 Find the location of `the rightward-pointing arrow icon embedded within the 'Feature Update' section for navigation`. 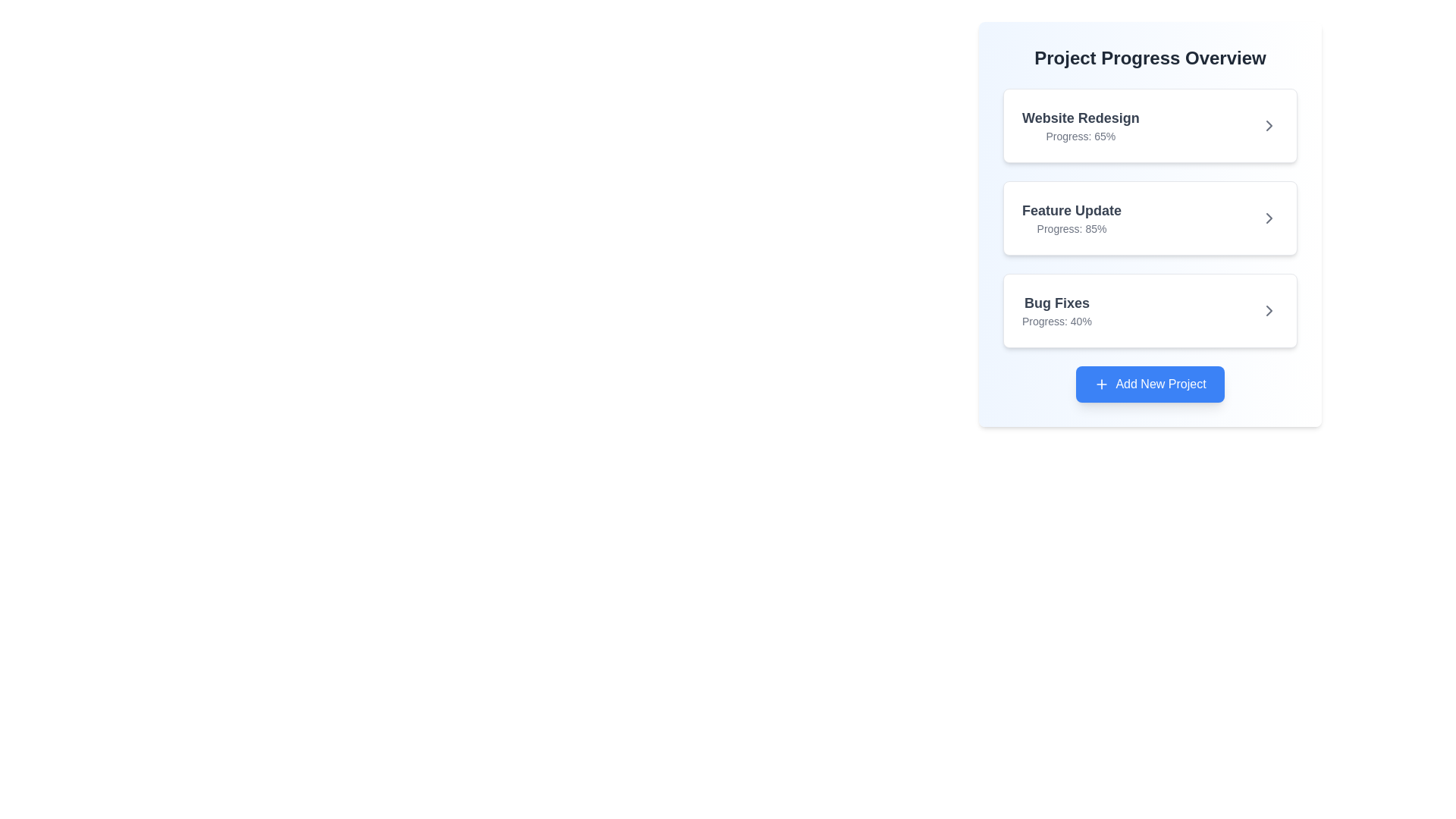

the rightward-pointing arrow icon embedded within the 'Feature Update' section for navigation is located at coordinates (1269, 218).